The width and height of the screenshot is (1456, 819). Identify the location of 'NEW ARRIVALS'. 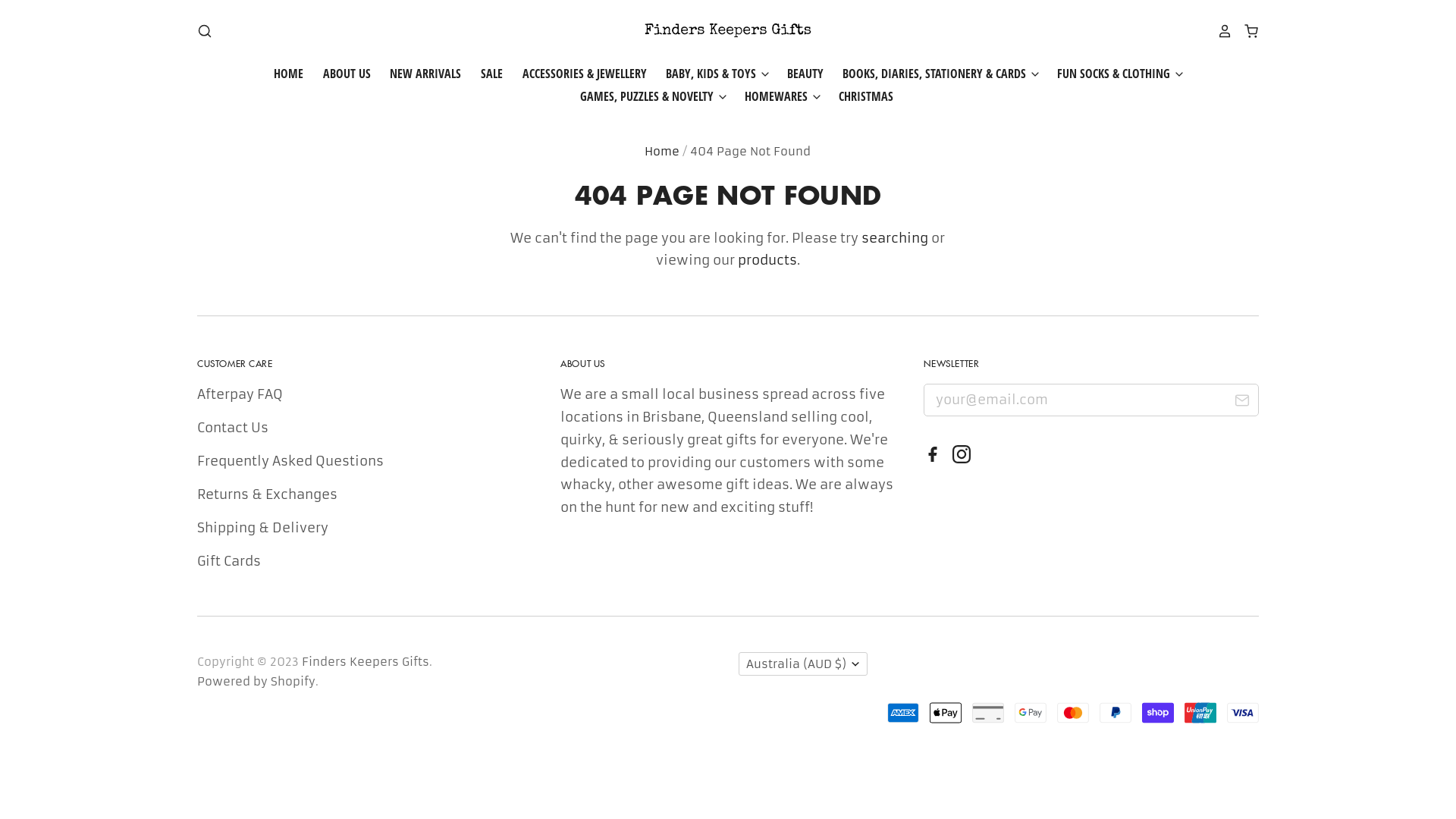
(417, 73).